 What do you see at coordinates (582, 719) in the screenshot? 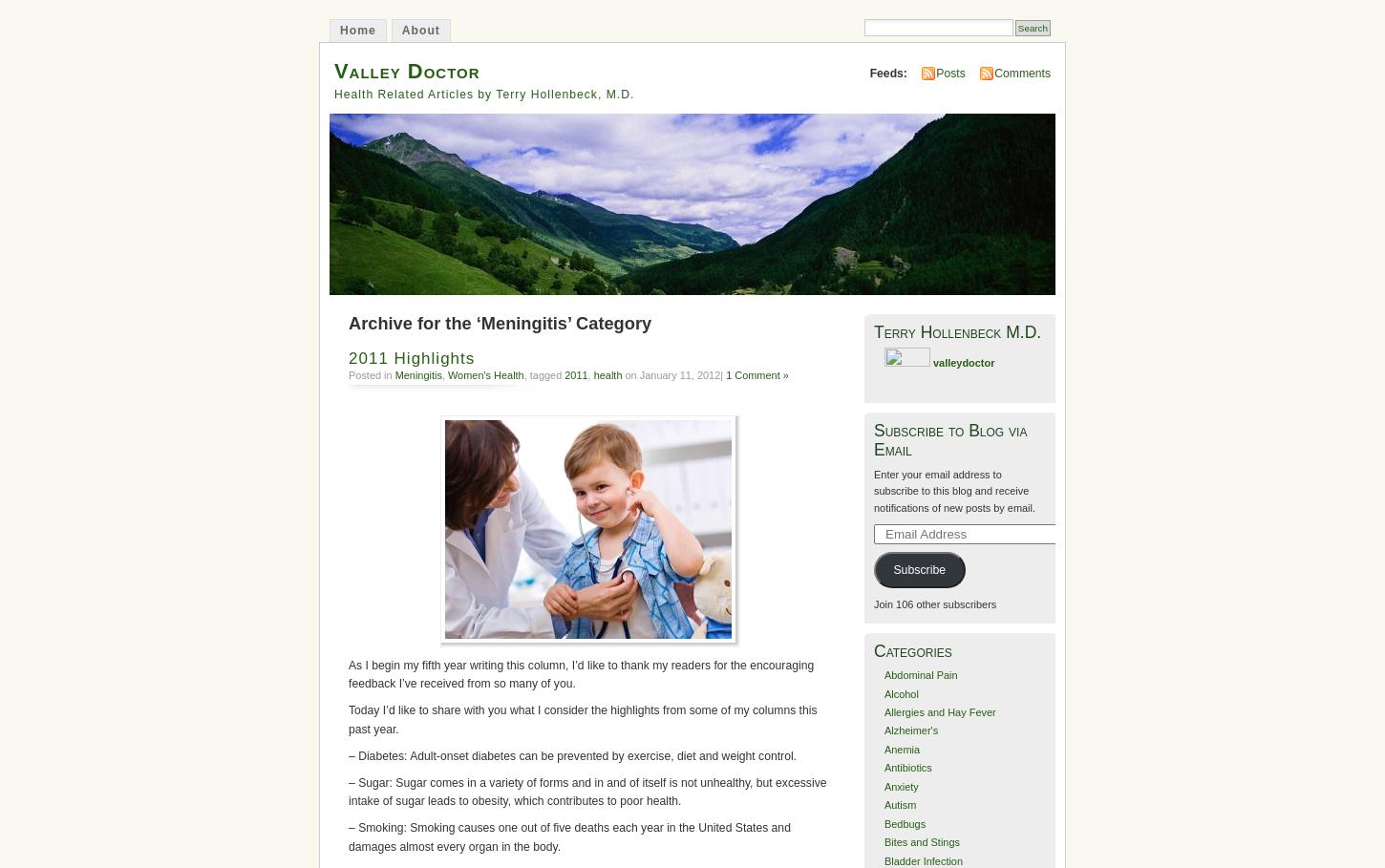
I see `'Today I’d like to share with you what I consider the highlights from some of my columns this past year.'` at bounding box center [582, 719].